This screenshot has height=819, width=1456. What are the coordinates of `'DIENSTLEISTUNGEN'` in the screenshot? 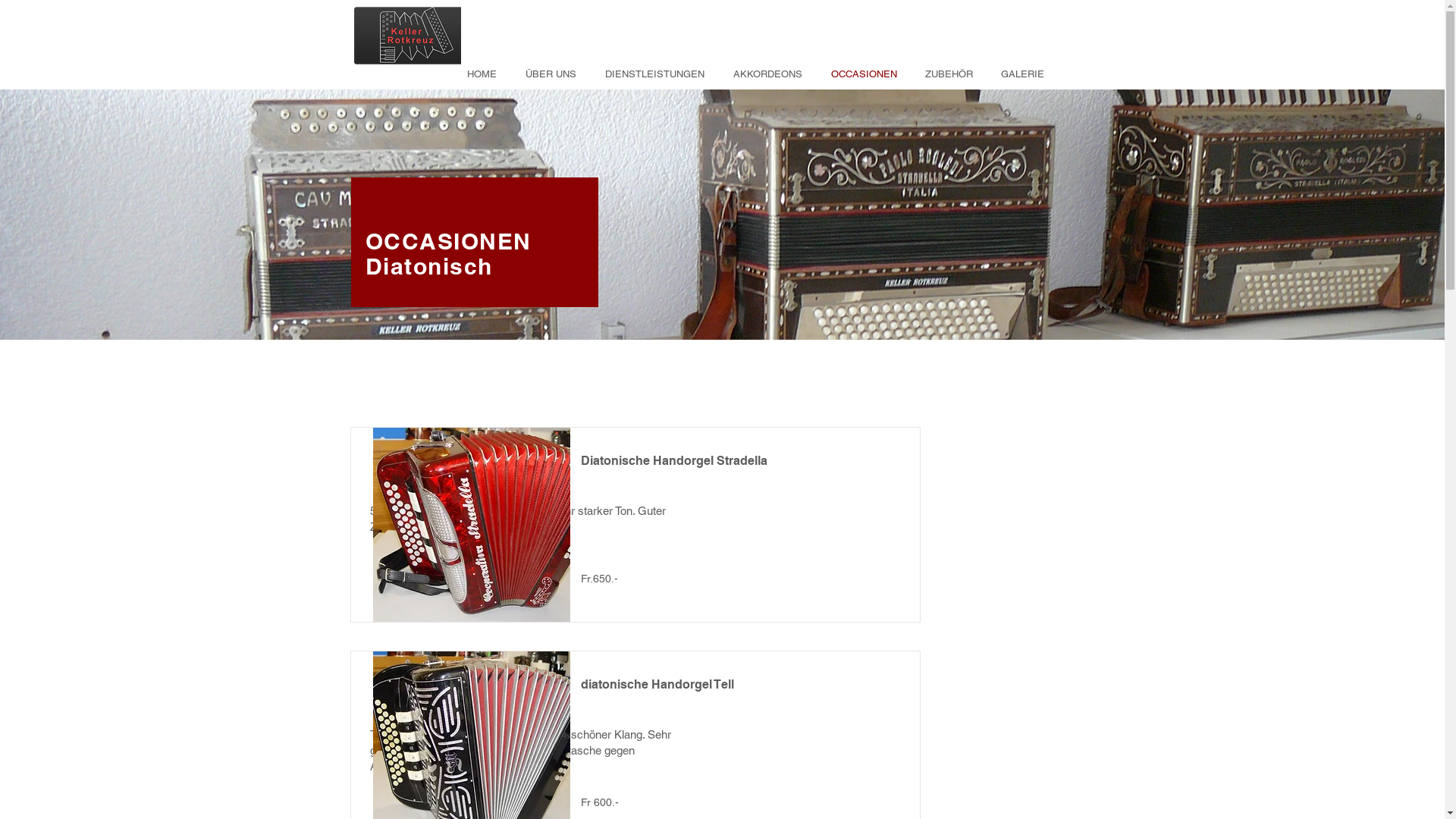 It's located at (651, 74).